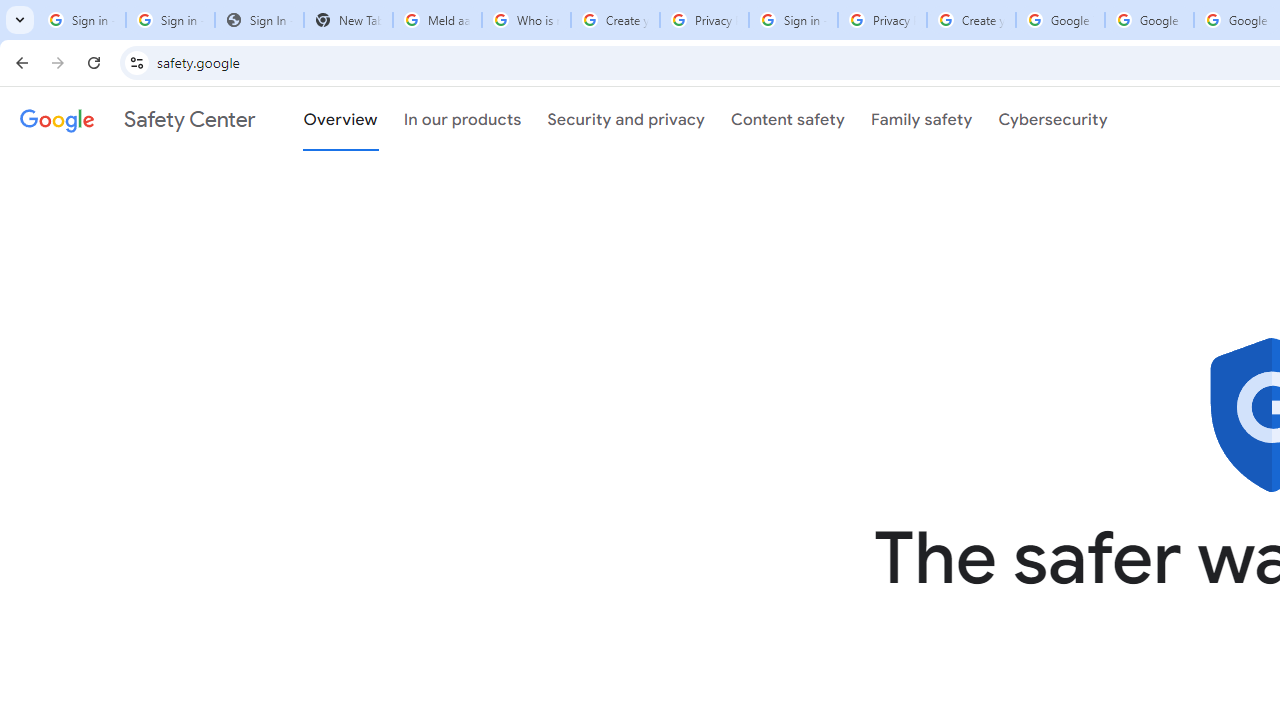 The width and height of the screenshot is (1280, 720). Describe the element at coordinates (625, 119) in the screenshot. I see `'Security and privacy'` at that location.